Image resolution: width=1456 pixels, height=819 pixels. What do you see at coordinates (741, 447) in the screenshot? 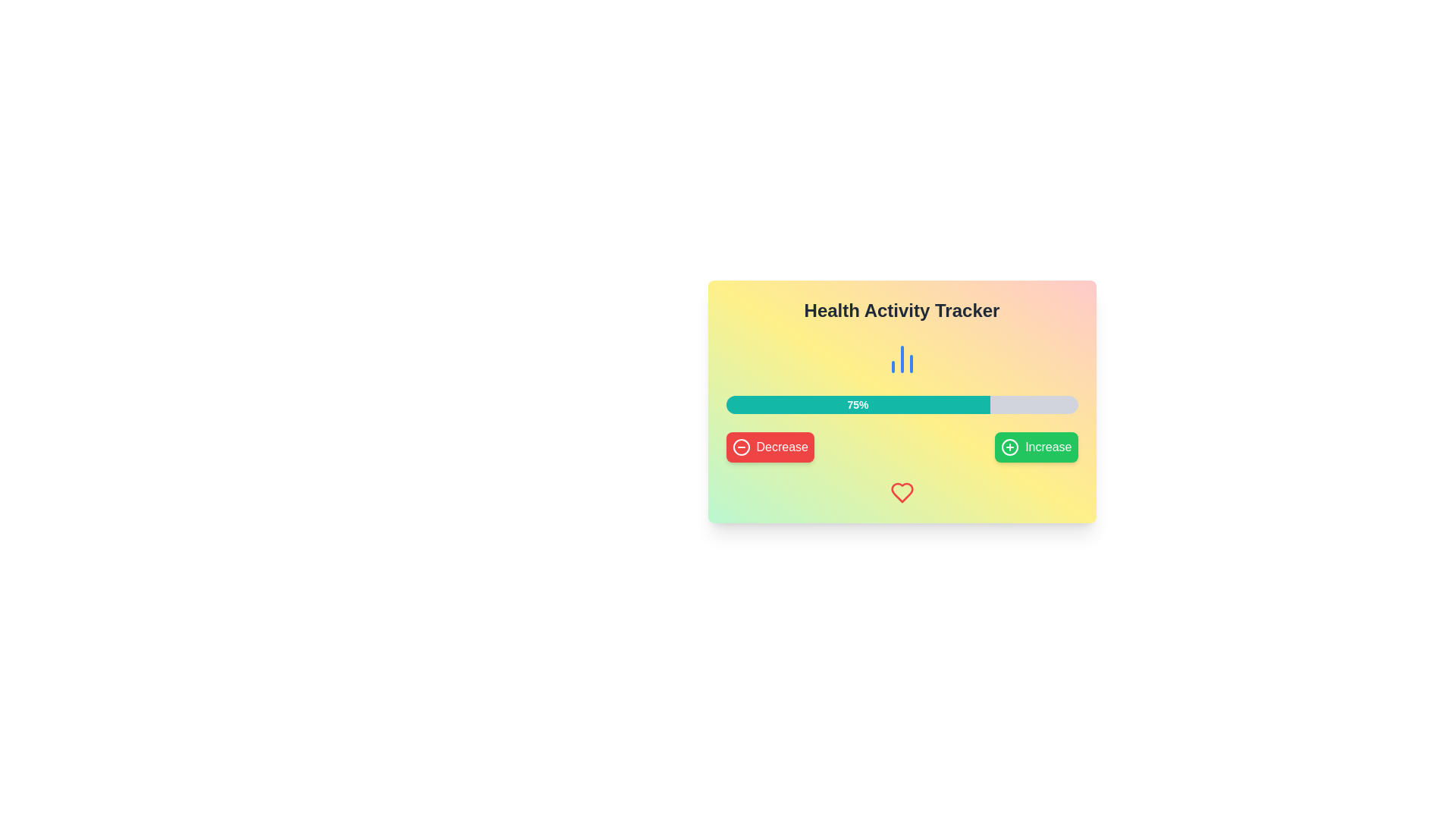
I see `the minus icon located inside the 'Decrease' button, which is positioned to the left of the text 'Decrease' below the progress bar` at bounding box center [741, 447].